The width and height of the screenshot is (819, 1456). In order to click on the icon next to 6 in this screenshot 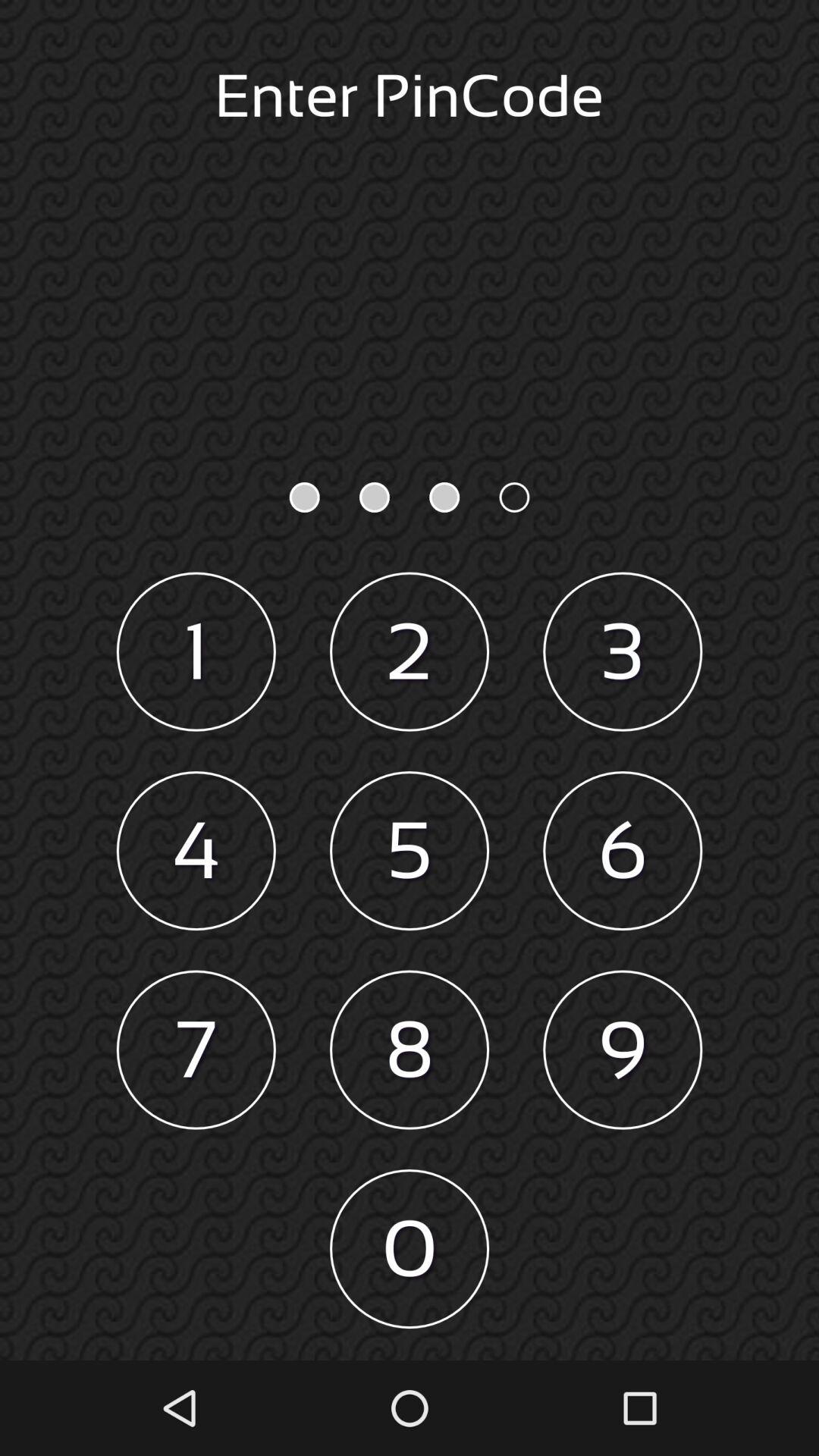, I will do `click(409, 851)`.